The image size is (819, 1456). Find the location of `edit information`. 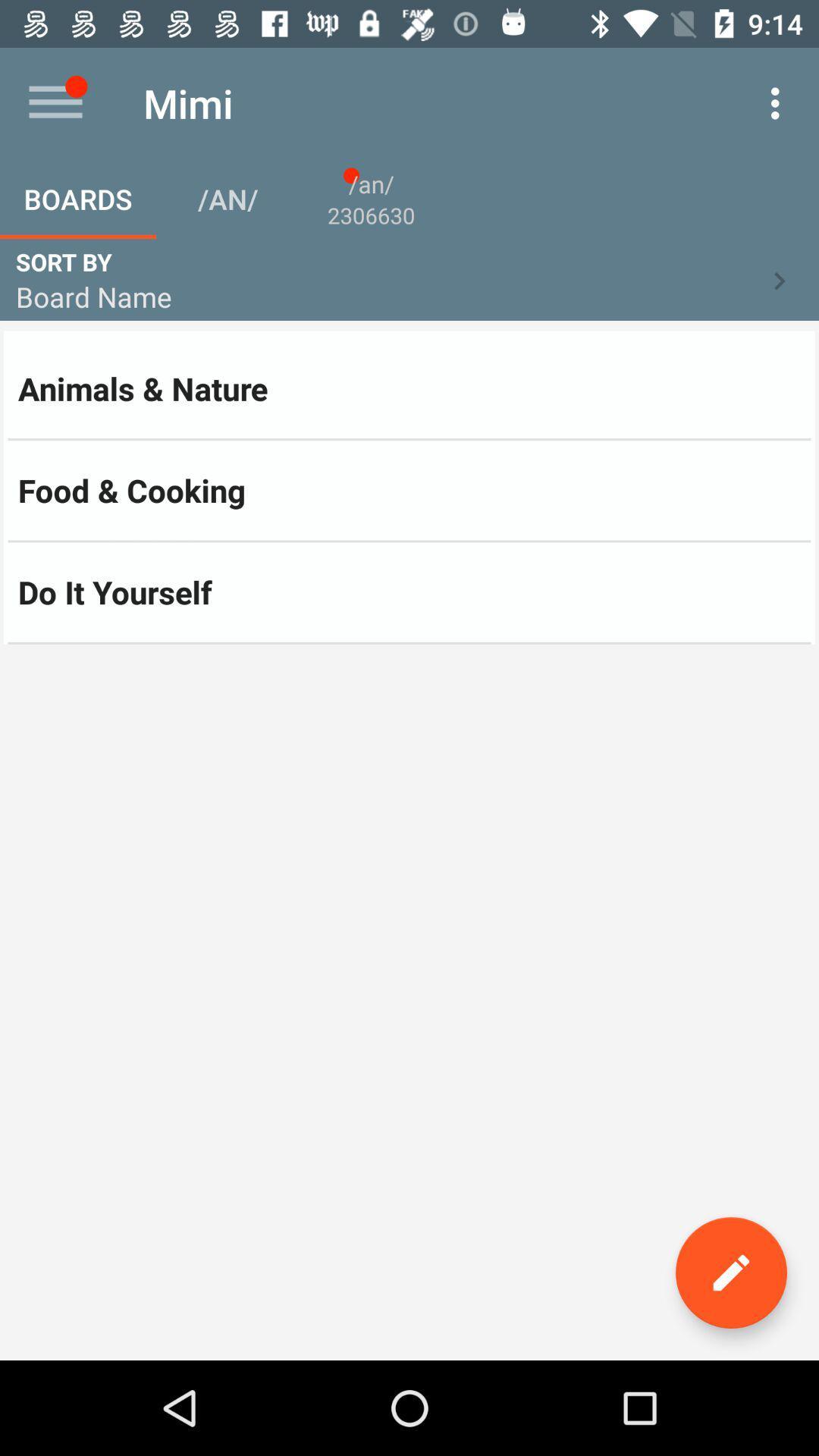

edit information is located at coordinates (730, 1272).